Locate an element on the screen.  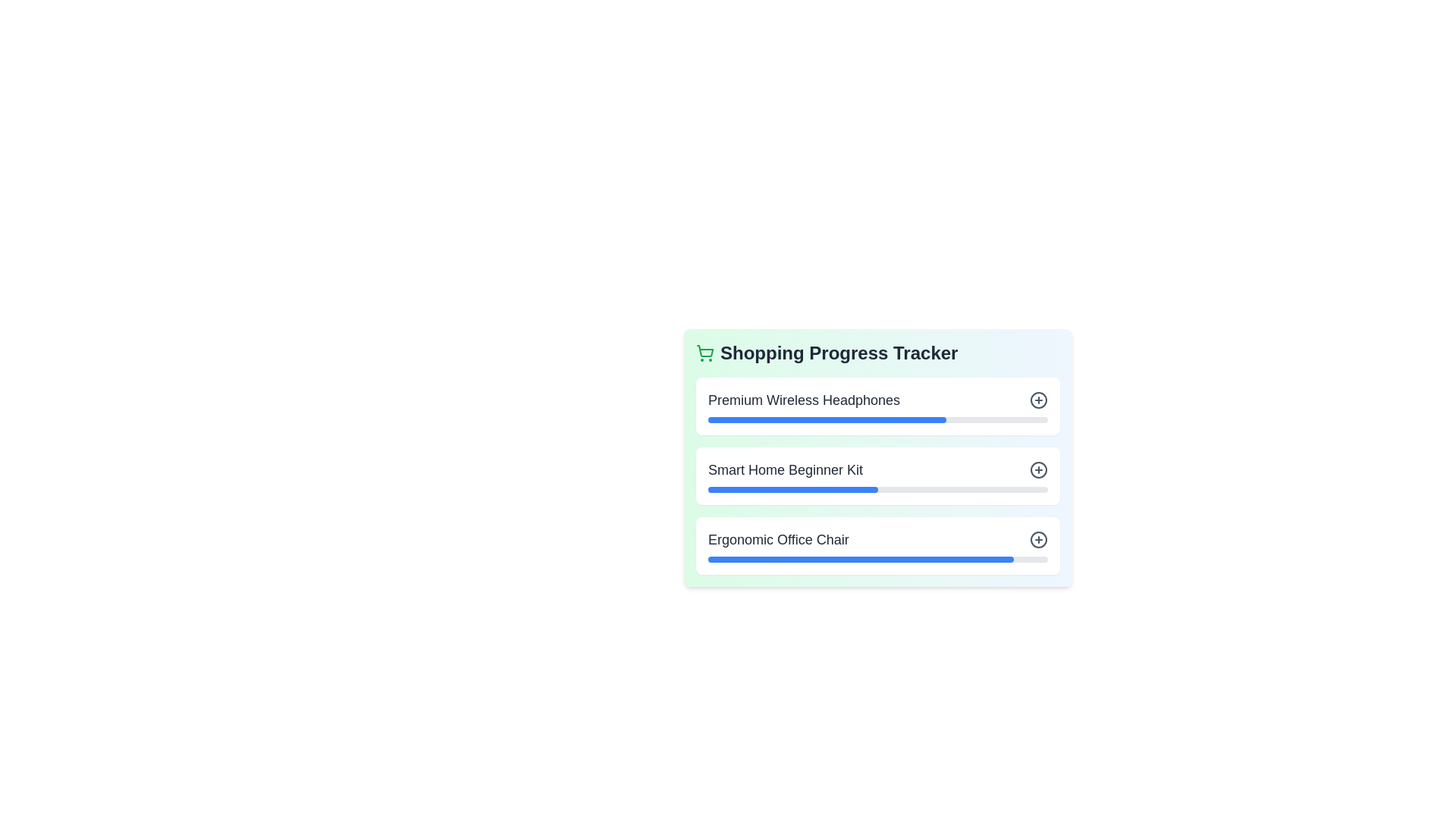
the title of the second item in the Progress Tracker, which is 'Smart Home Beginner Kit' is located at coordinates (877, 475).